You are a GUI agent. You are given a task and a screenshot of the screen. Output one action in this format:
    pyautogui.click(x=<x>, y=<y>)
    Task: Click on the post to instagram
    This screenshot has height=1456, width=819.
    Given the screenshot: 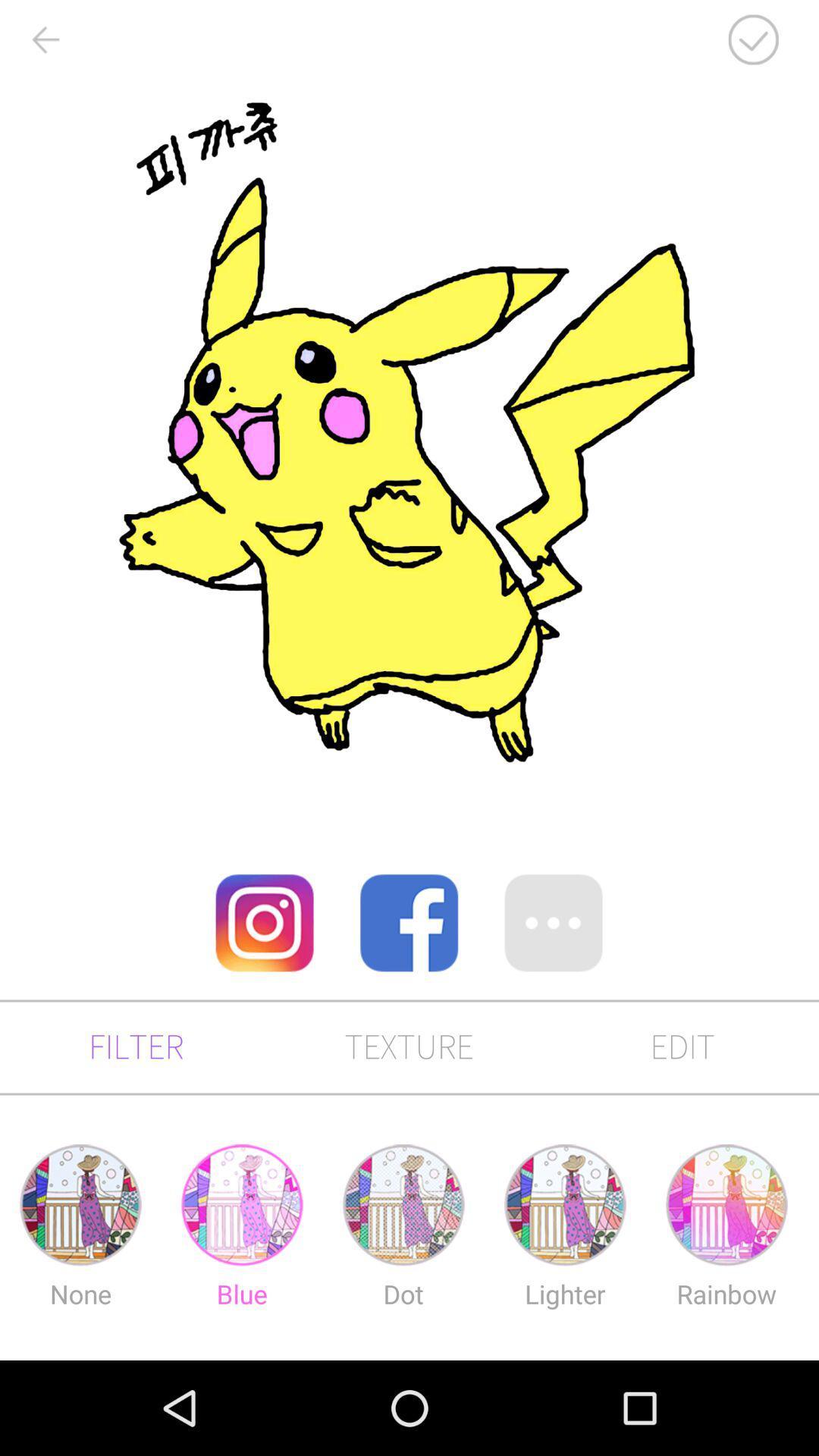 What is the action you would take?
    pyautogui.click(x=264, y=922)
    